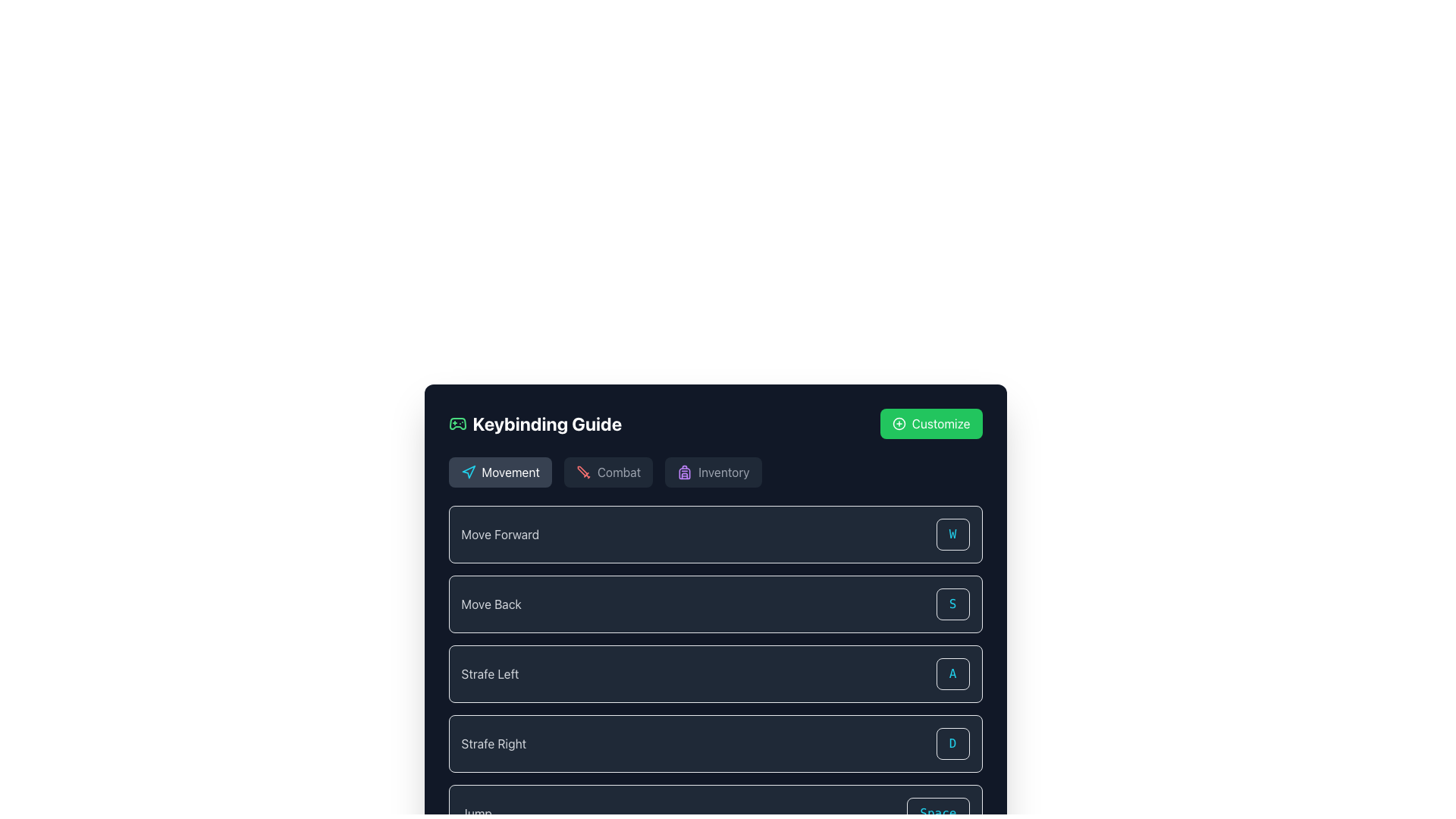 This screenshot has width=1456, height=819. I want to click on the 'Inventory' button, which is the third button in a row of buttons labeled 'Movement', 'Combat', and 'Inventory', to observe the hover effect, so click(712, 472).